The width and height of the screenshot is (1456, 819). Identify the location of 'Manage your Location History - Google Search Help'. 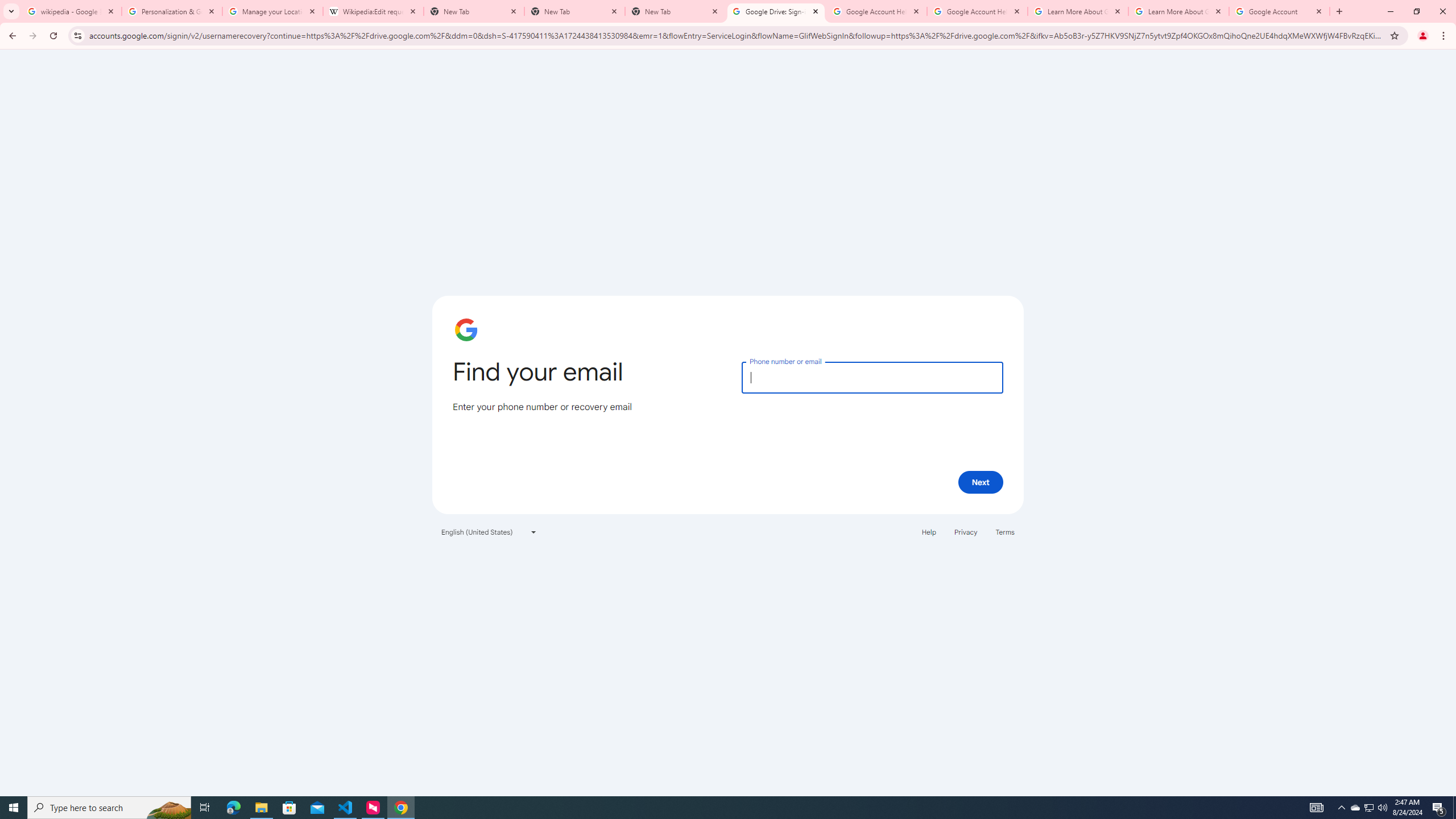
(271, 11).